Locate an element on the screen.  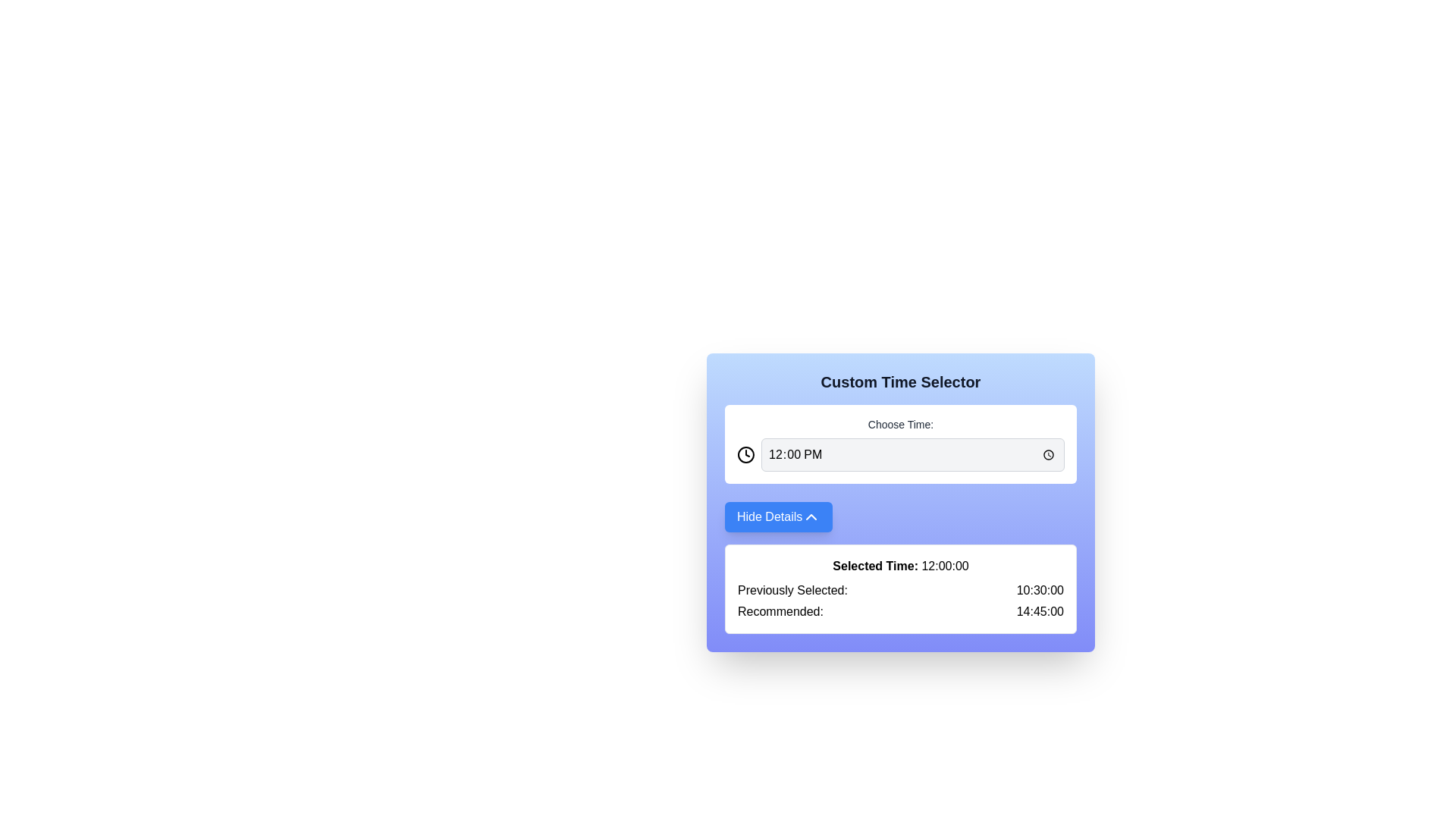
the rectangular button with rounded corners that has a blue background and white text reading 'Hide Details', located below the 'Choose Time' section, to change its background color is located at coordinates (779, 516).